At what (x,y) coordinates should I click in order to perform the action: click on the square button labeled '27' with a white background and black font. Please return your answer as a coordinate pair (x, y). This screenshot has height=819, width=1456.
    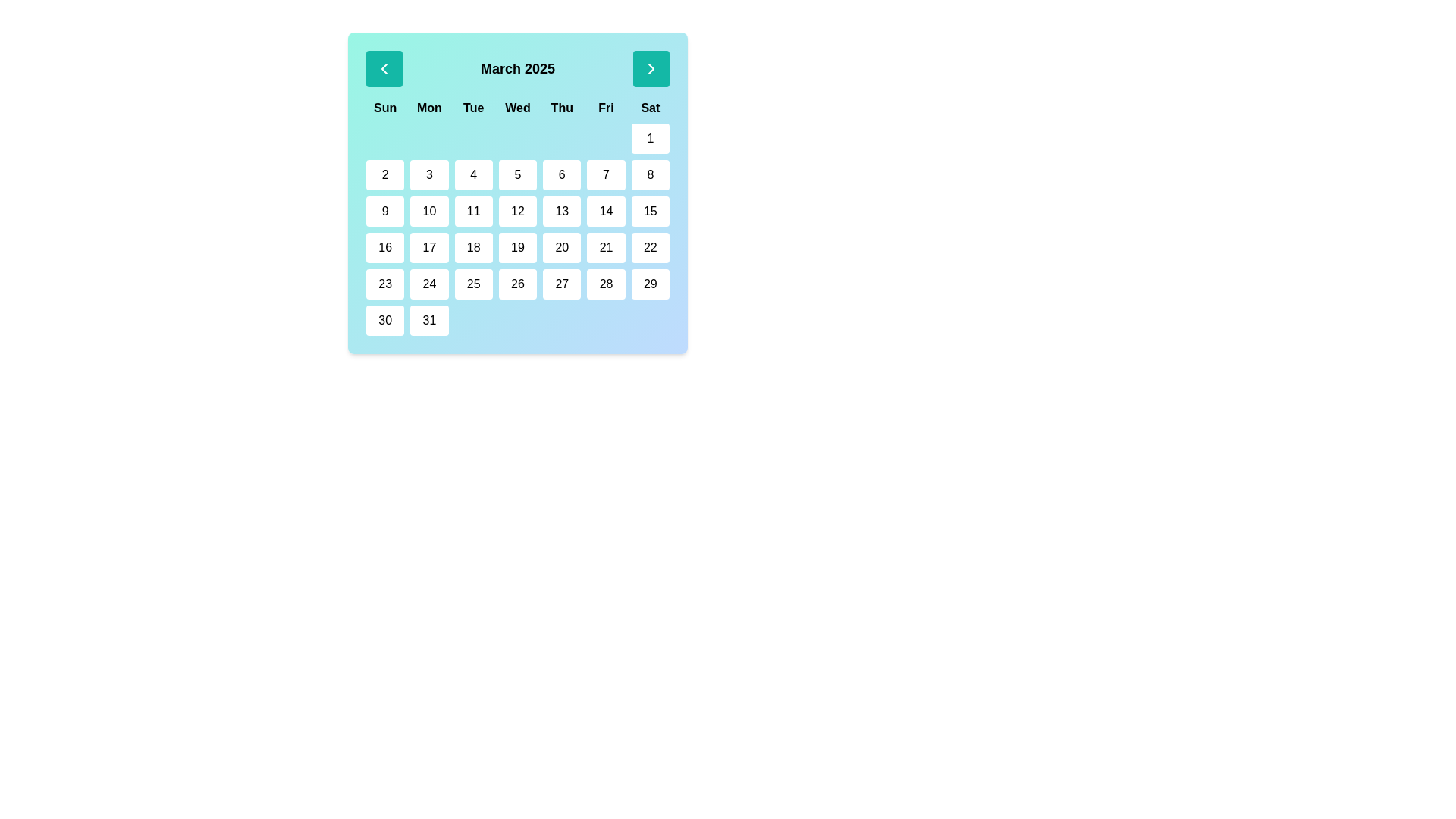
    Looking at the image, I should click on (561, 284).